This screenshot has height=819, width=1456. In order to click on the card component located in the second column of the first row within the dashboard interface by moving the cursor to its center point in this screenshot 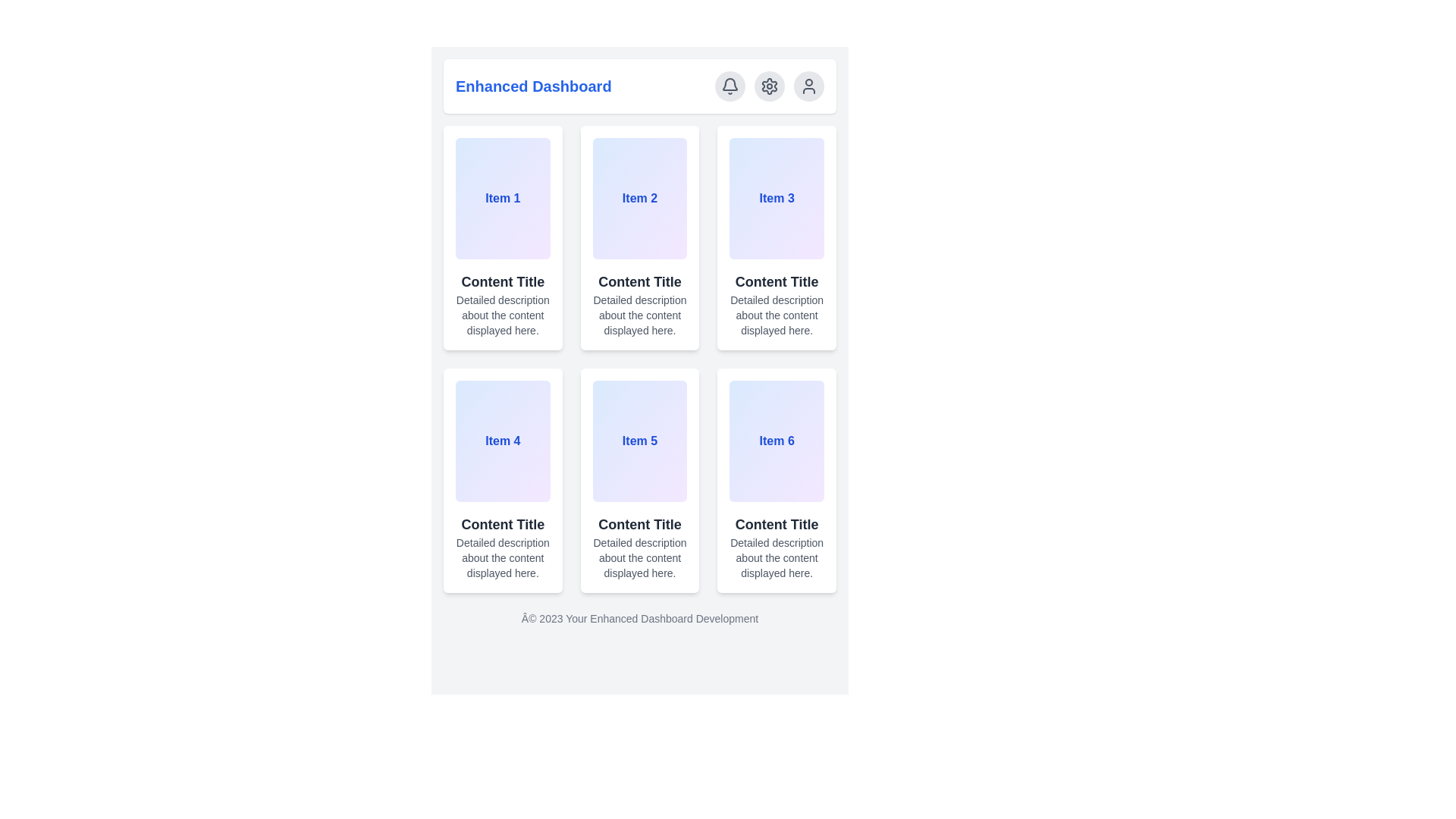, I will do `click(640, 198)`.